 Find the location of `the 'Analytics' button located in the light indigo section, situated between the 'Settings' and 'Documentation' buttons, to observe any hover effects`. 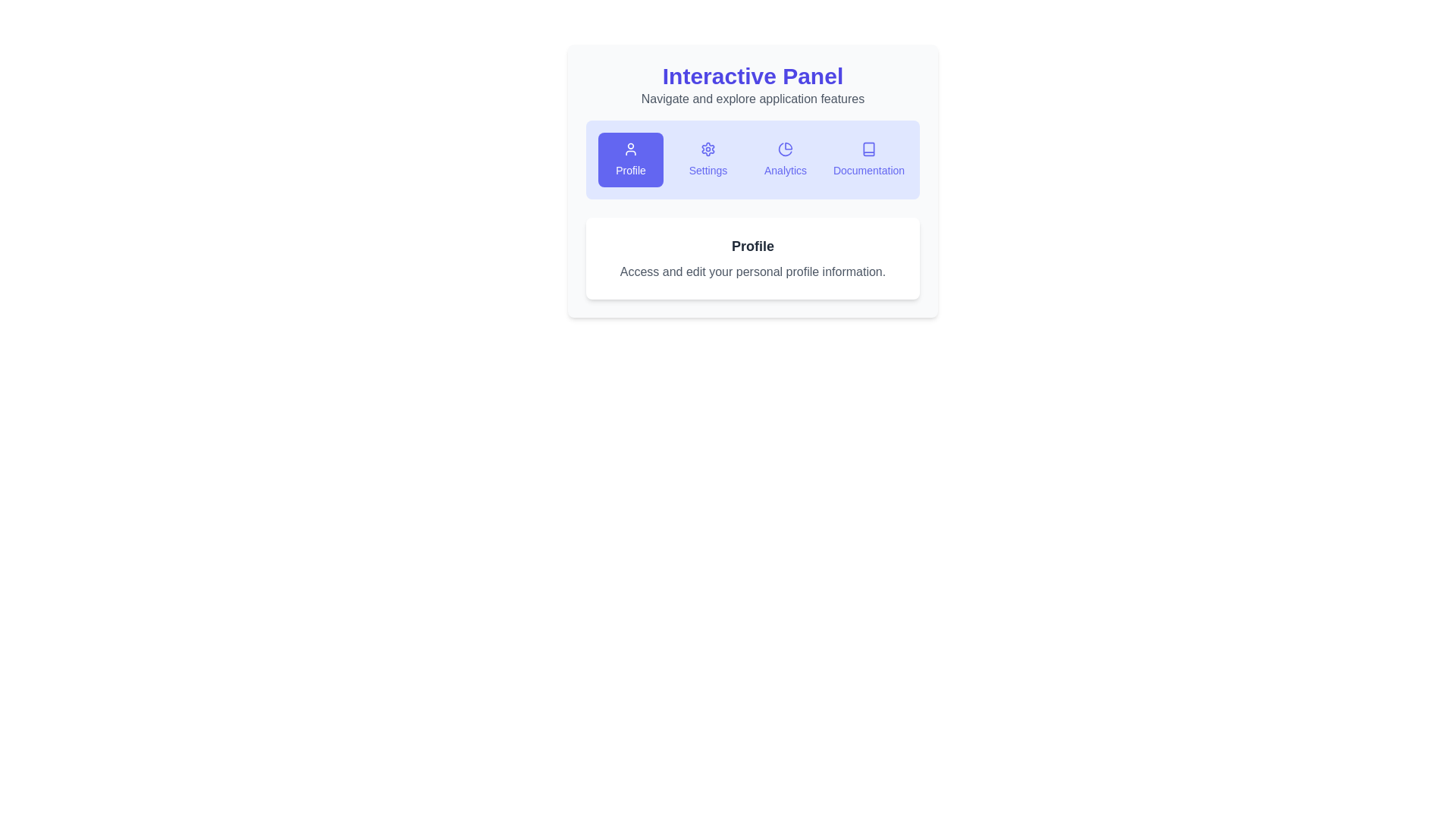

the 'Analytics' button located in the light indigo section, situated between the 'Settings' and 'Documentation' buttons, to observe any hover effects is located at coordinates (786, 160).